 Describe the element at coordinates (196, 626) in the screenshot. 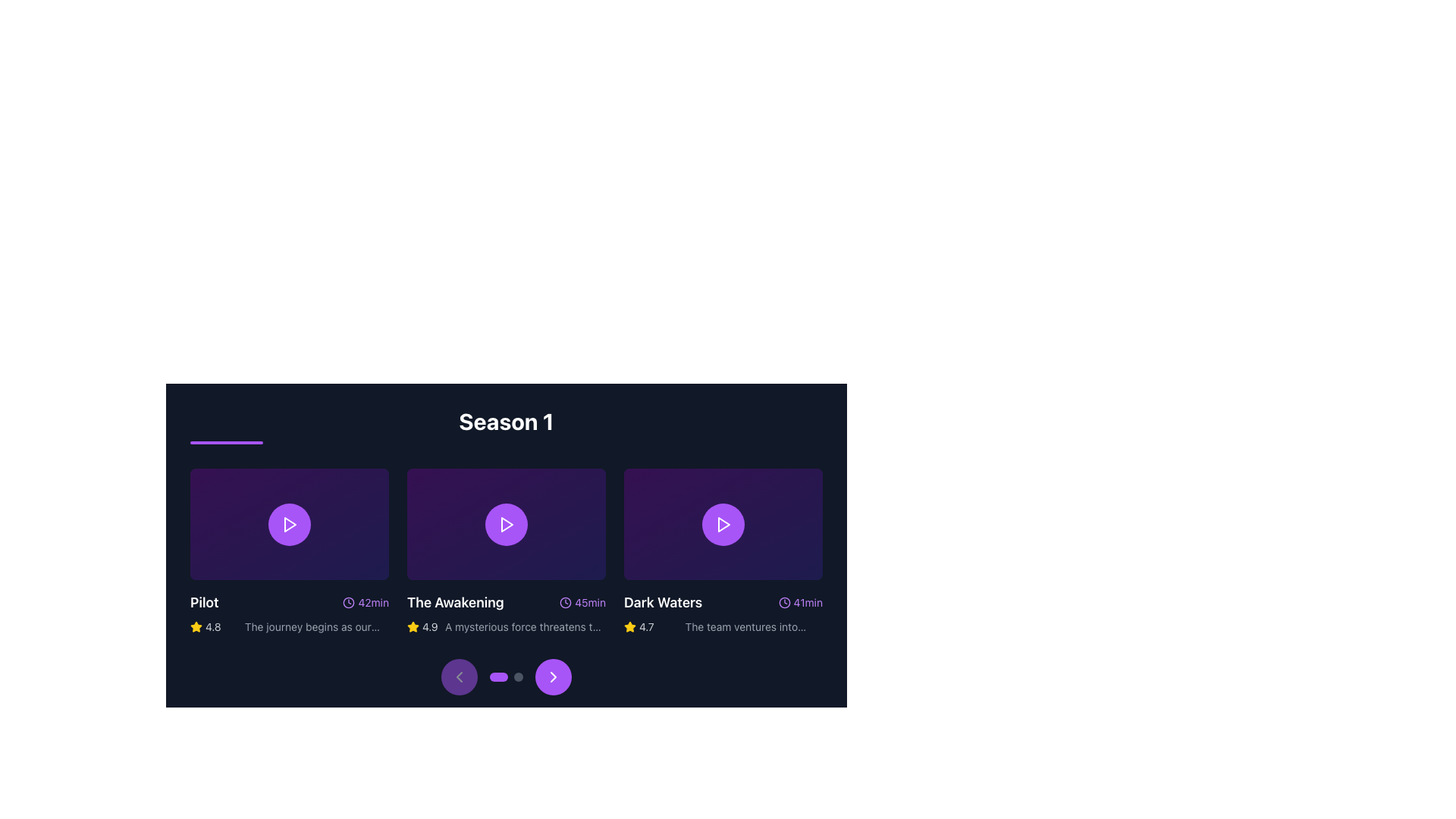

I see `the yellow star icon located in the rating section below the 'Pilot' episode card, to the left of the numeric rating value '4.8'` at that location.